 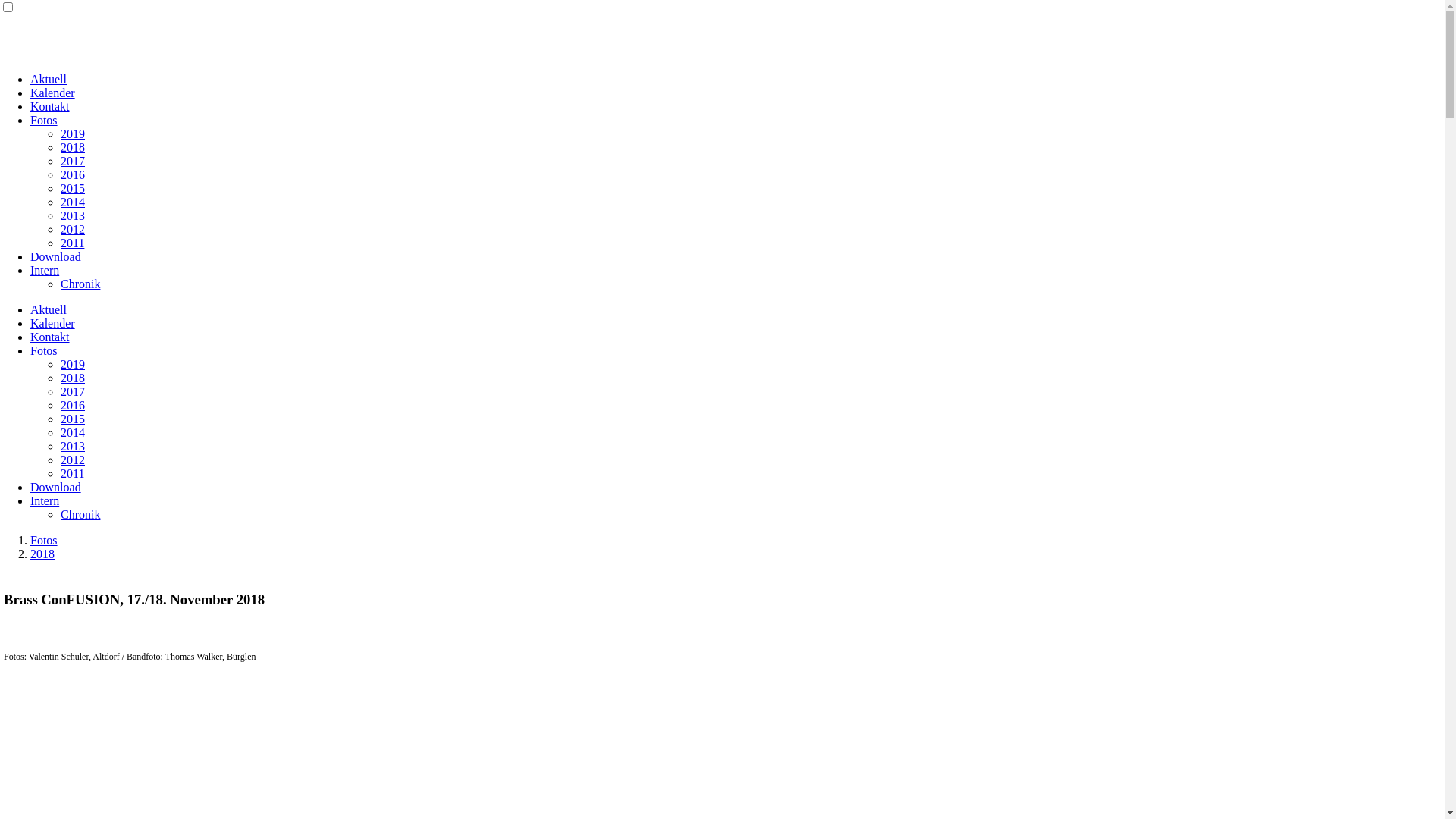 I want to click on 'Kalender', so click(x=52, y=322).